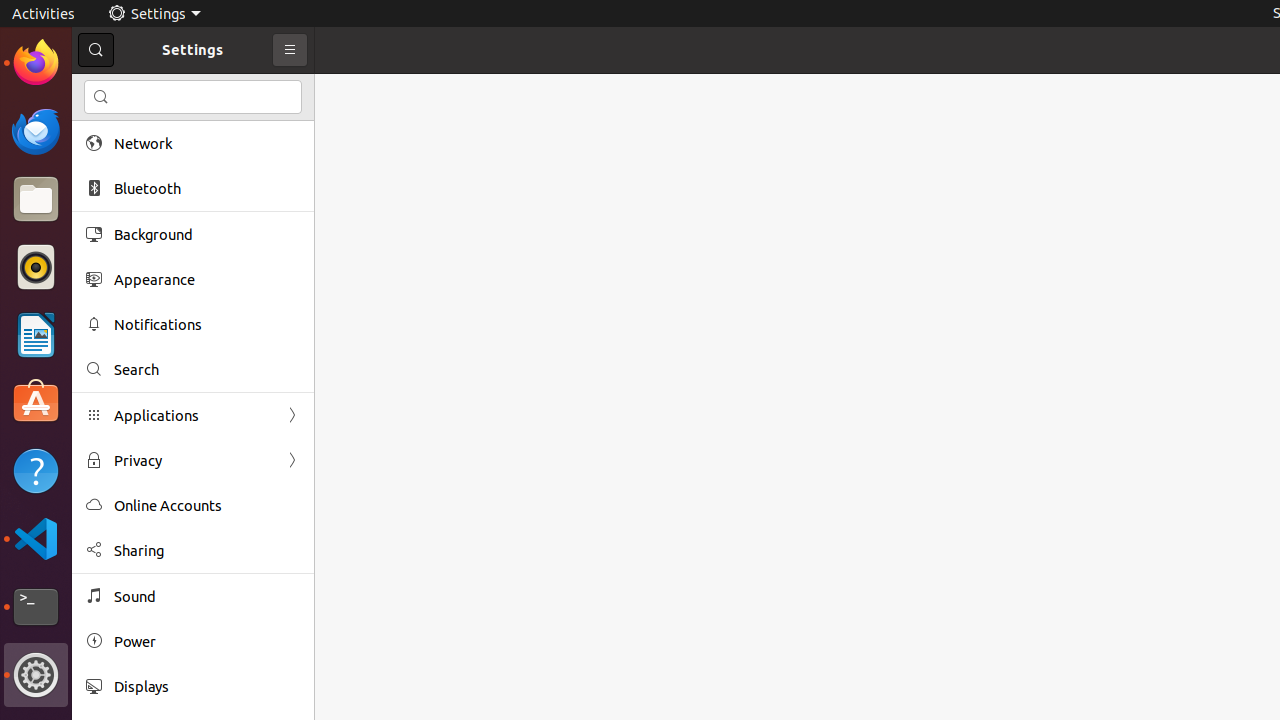  Describe the element at coordinates (35, 61) in the screenshot. I see `'Firefox Web Browser'` at that location.